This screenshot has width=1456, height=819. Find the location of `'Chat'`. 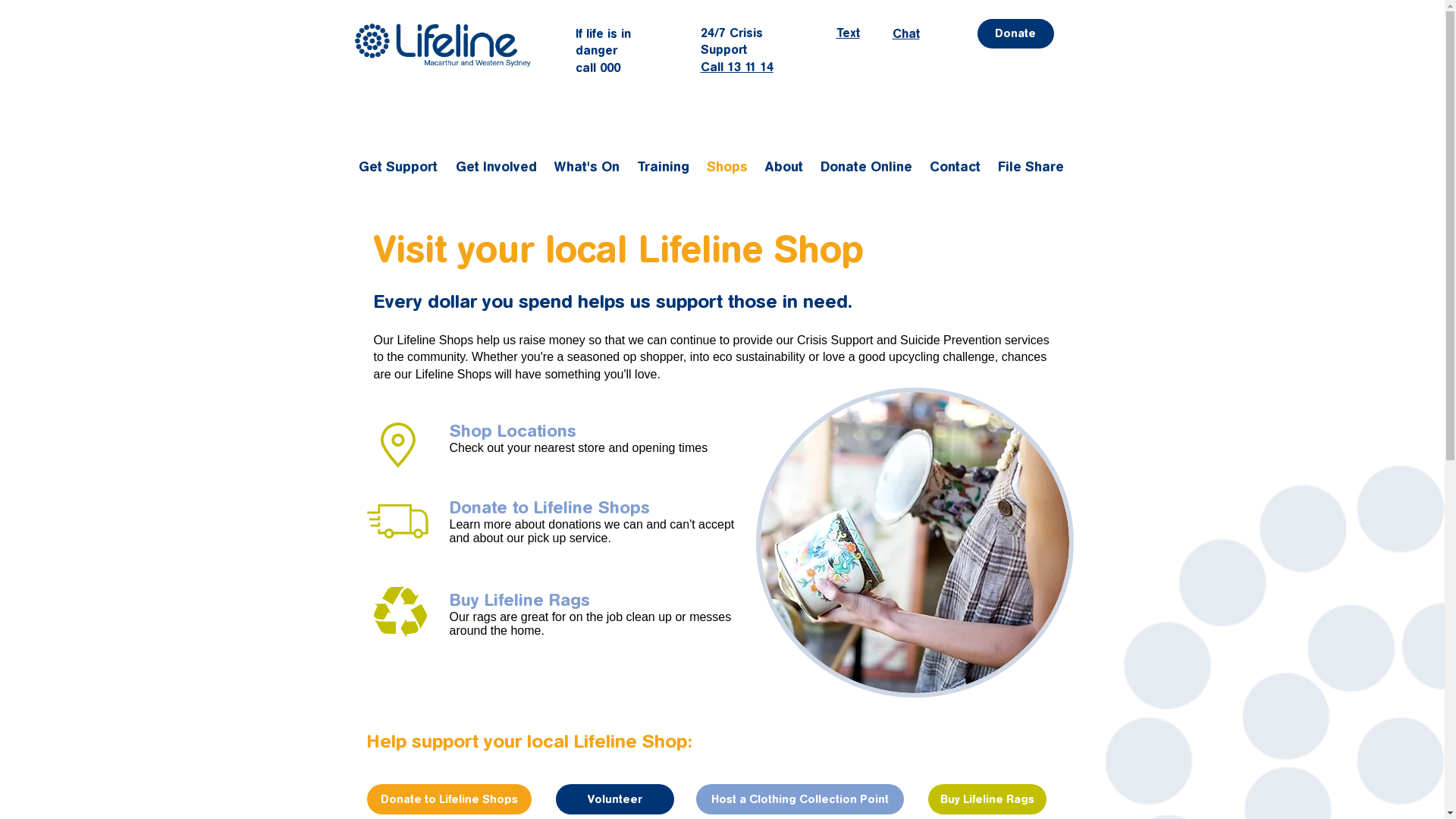

'Chat' is located at coordinates (905, 33).